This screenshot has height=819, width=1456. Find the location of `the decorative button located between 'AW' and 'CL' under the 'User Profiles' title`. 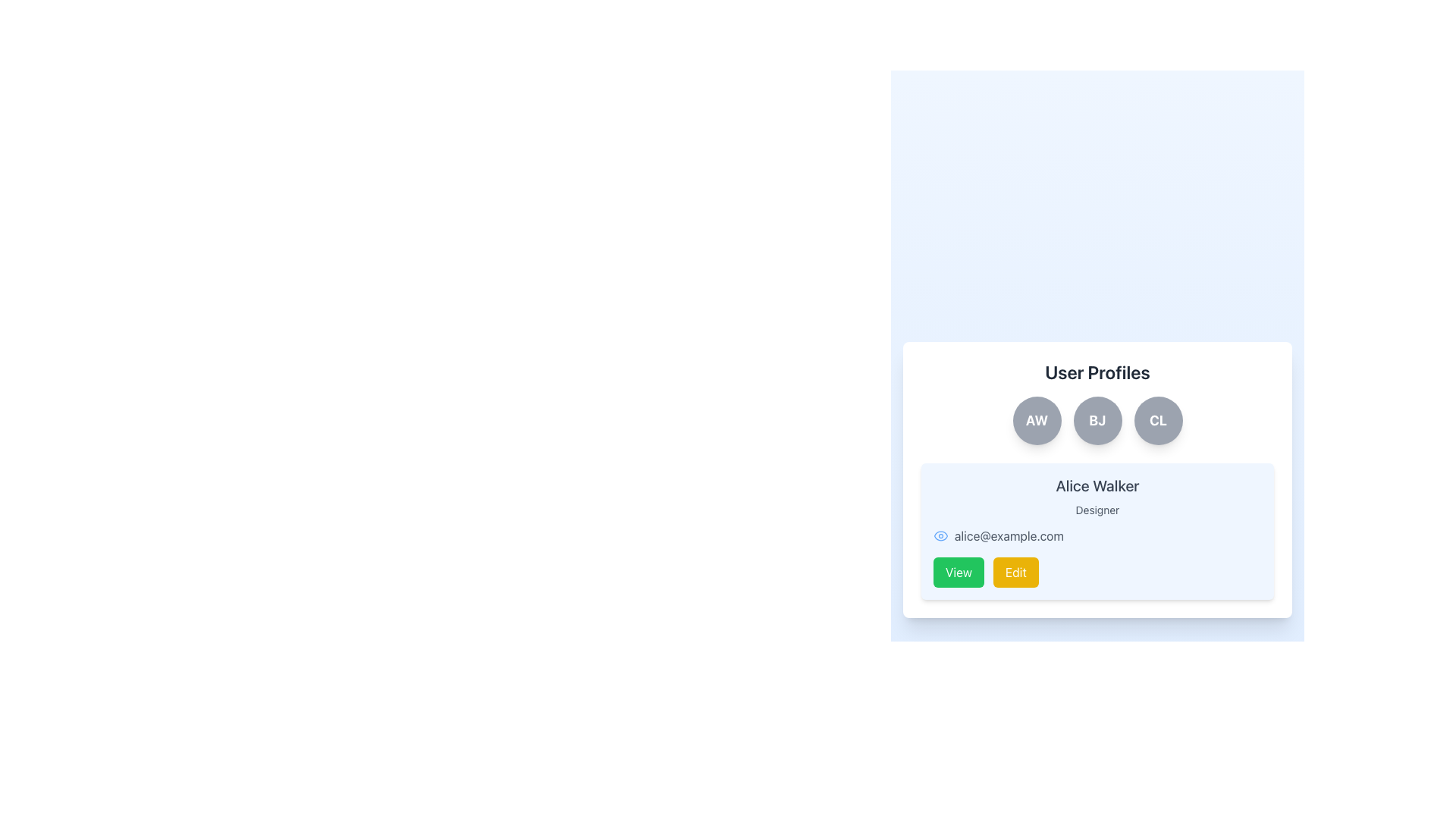

the decorative button located between 'AW' and 'CL' under the 'User Profiles' title is located at coordinates (1097, 421).